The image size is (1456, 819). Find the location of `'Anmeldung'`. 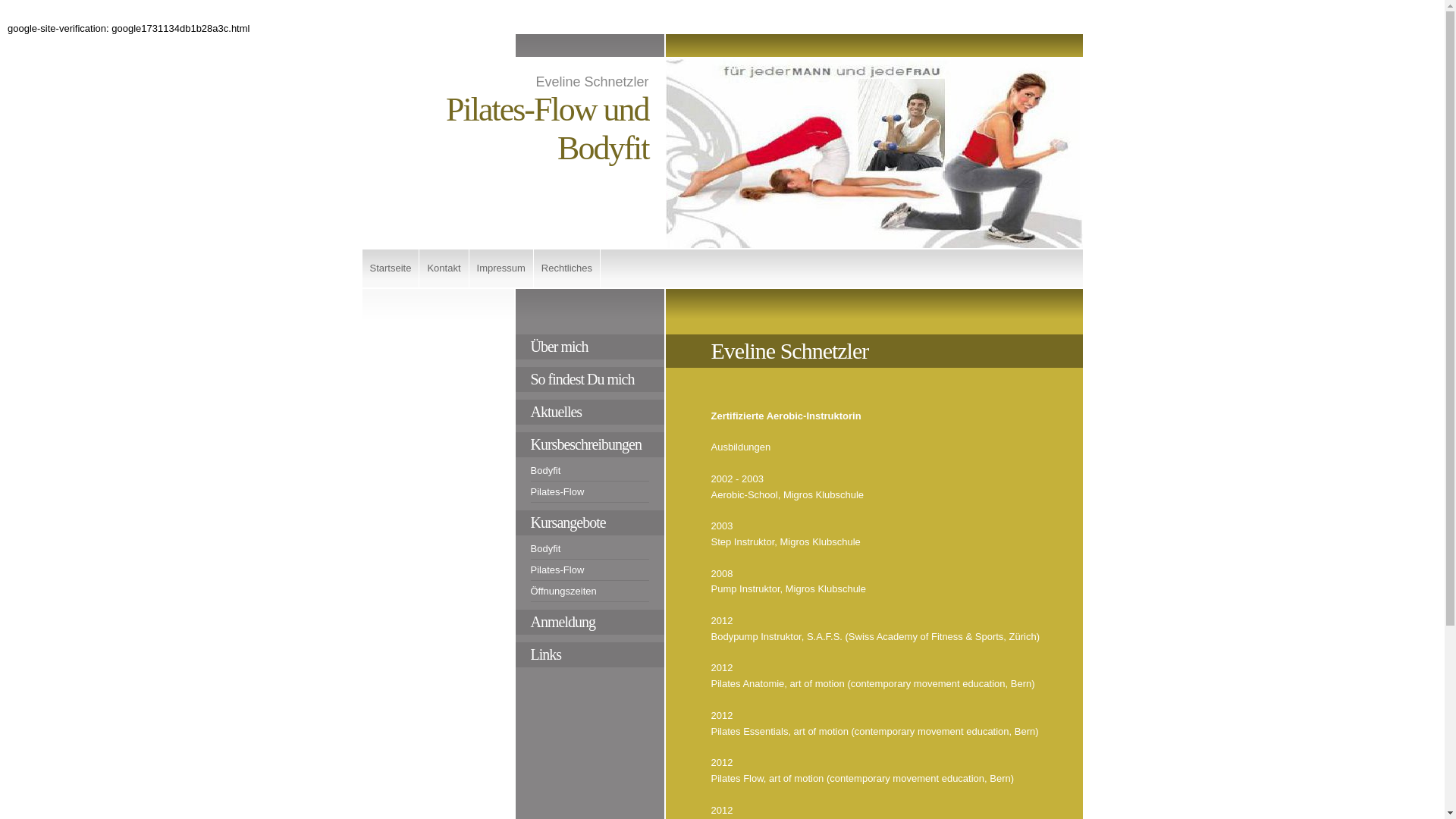

'Anmeldung' is located at coordinates (588, 622).